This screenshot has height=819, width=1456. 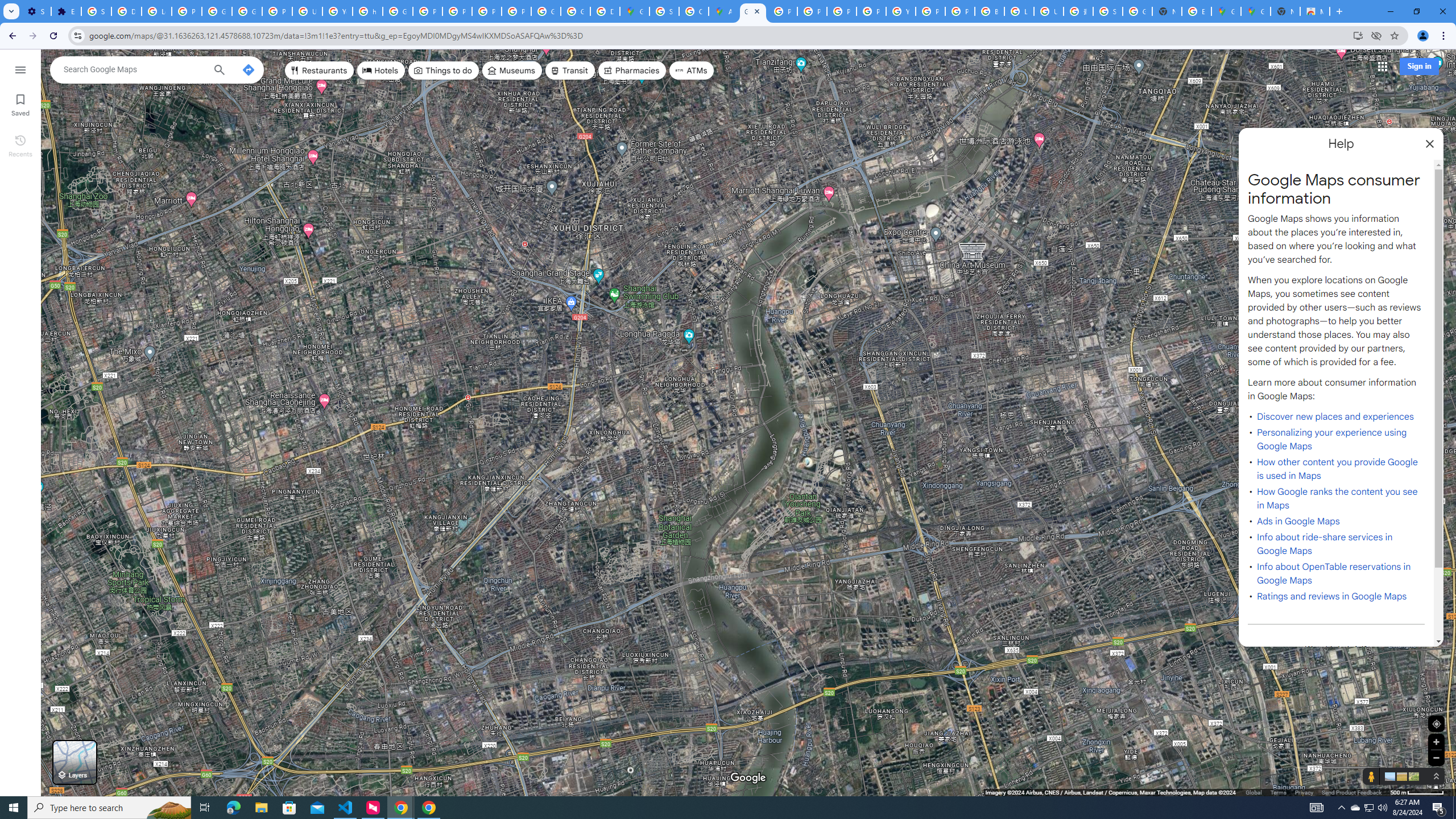 I want to click on 'Show Street View coverage', so click(x=1371, y=776).